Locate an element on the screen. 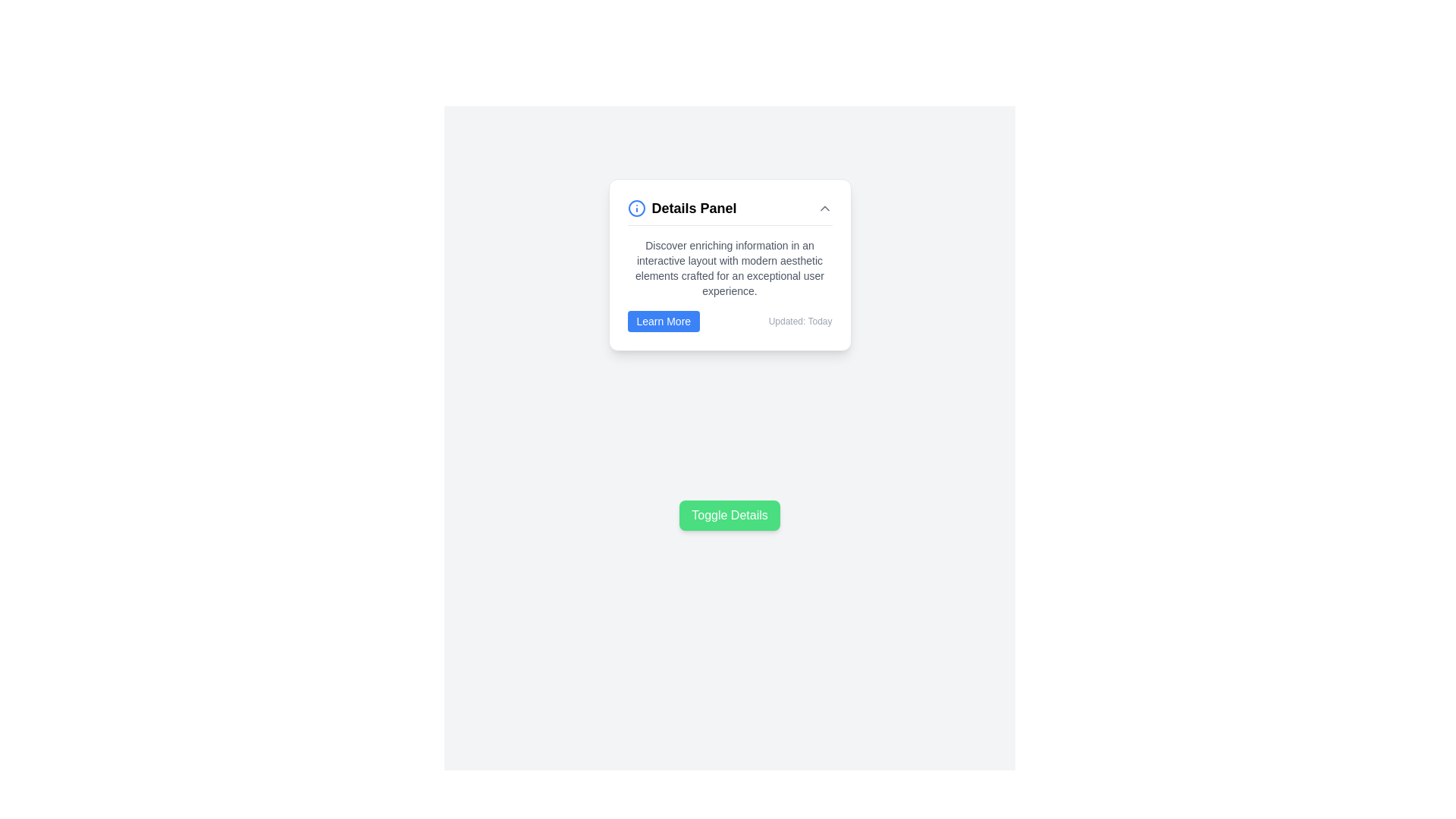 The image size is (1456, 819). the Panel Header located at the top of the panel is located at coordinates (730, 212).